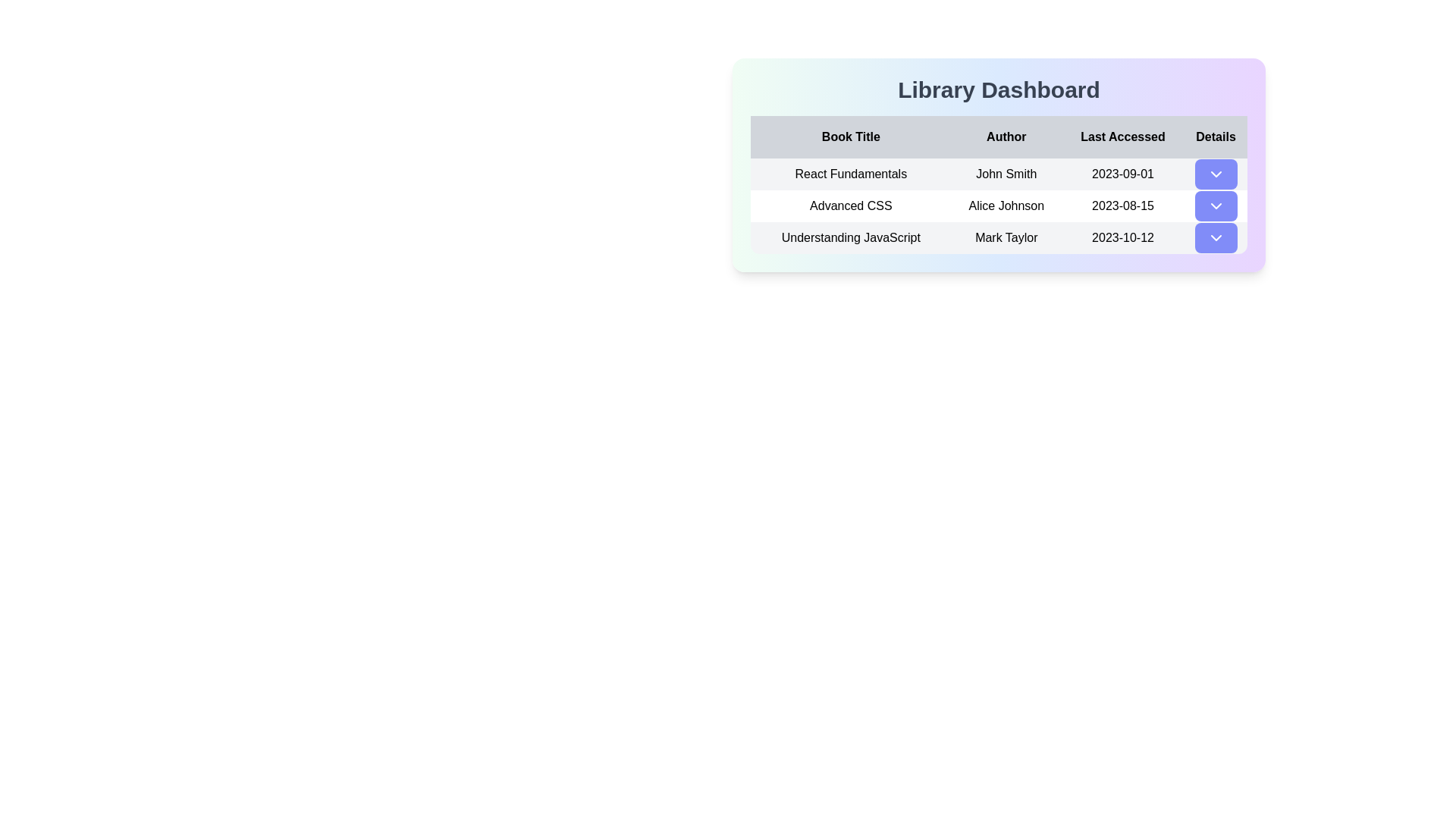 The width and height of the screenshot is (1456, 819). Describe the element at coordinates (1006, 206) in the screenshot. I see `information displayed in the Text label located in the second row under the 'Author' column of the table` at that location.